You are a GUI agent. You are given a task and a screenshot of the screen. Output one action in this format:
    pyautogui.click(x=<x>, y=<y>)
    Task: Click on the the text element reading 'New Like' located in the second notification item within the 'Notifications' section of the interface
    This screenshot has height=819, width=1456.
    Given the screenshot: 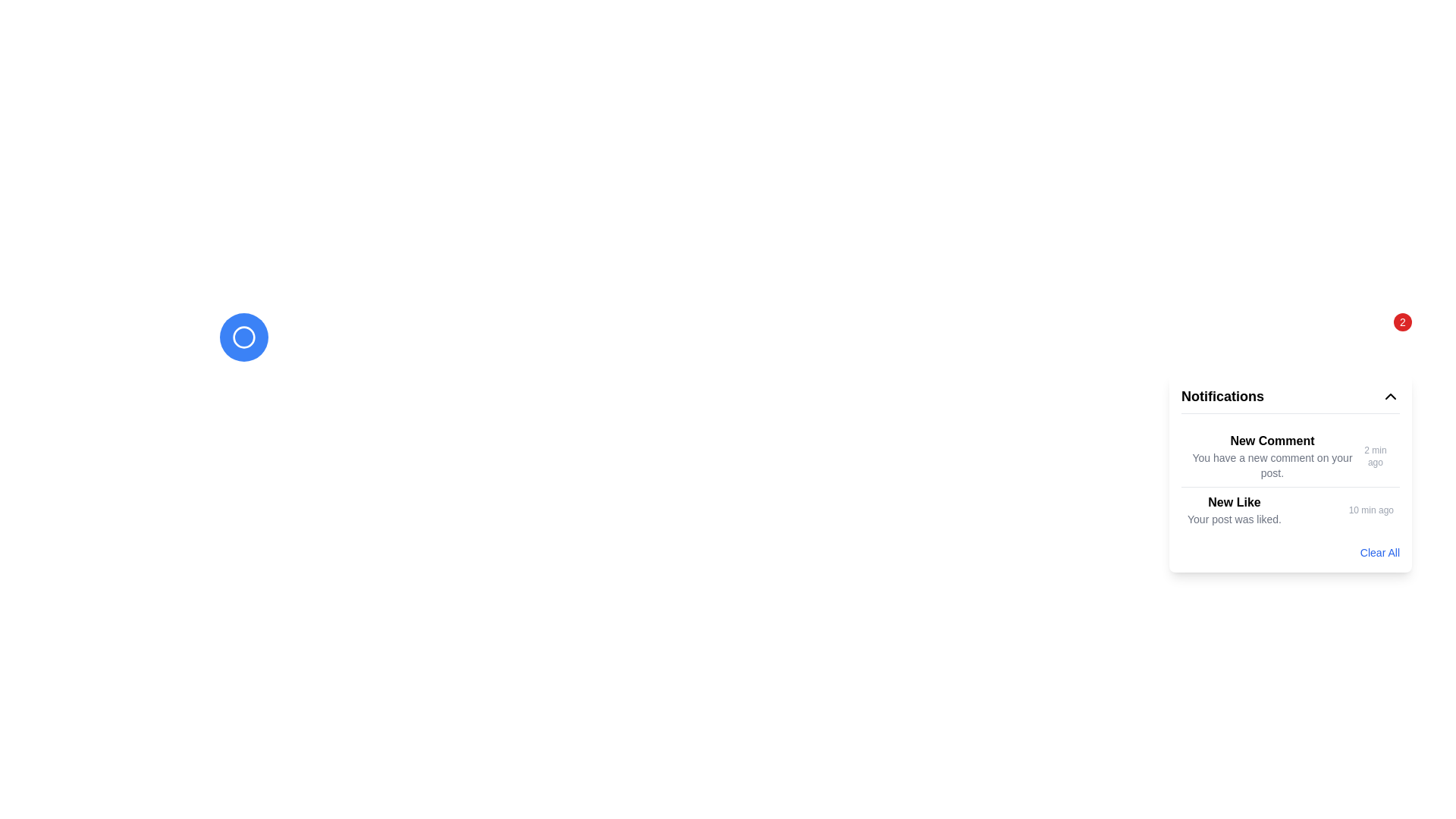 What is the action you would take?
    pyautogui.click(x=1234, y=503)
    